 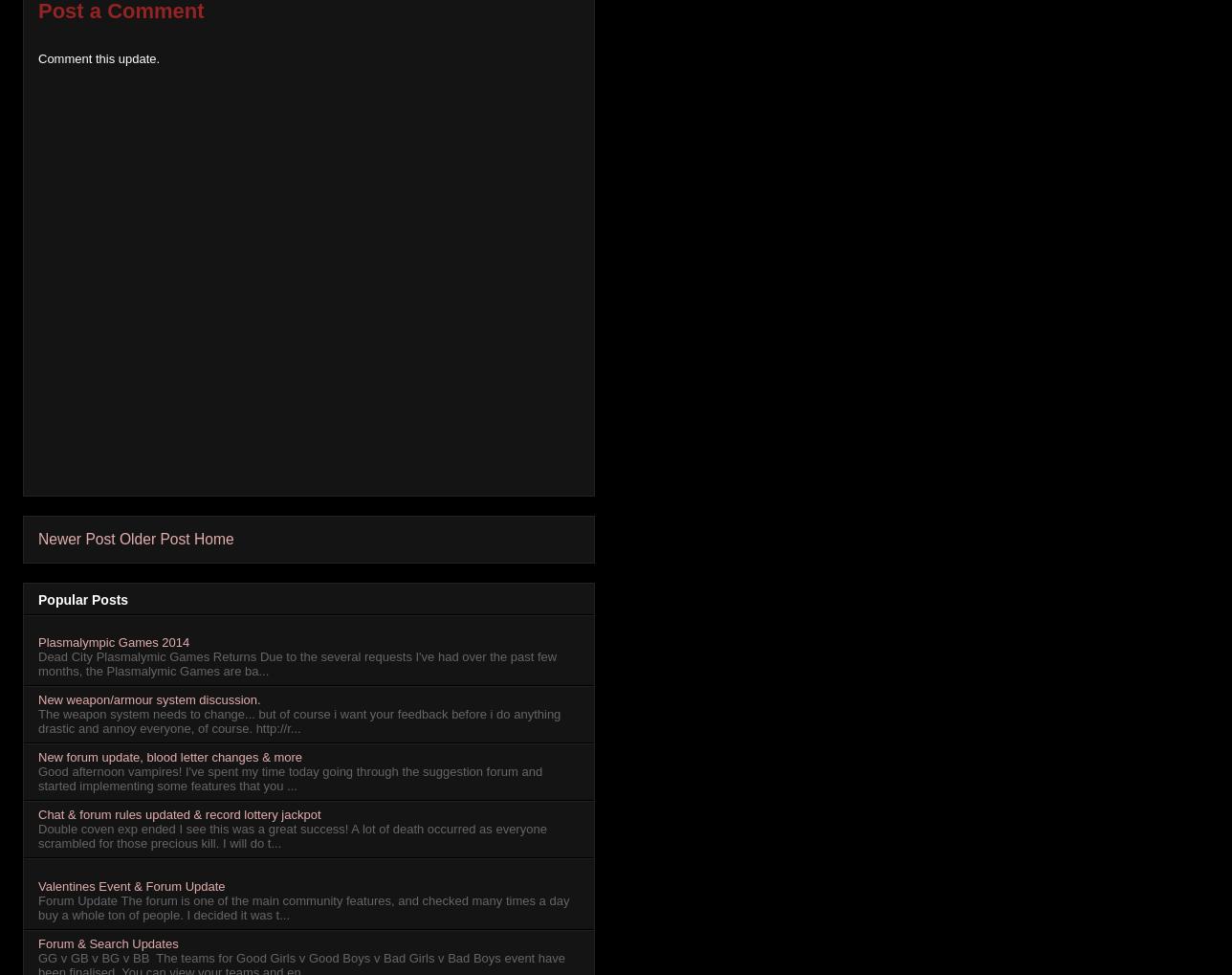 I want to click on 'Plasmalympic Games 2014', so click(x=38, y=641).